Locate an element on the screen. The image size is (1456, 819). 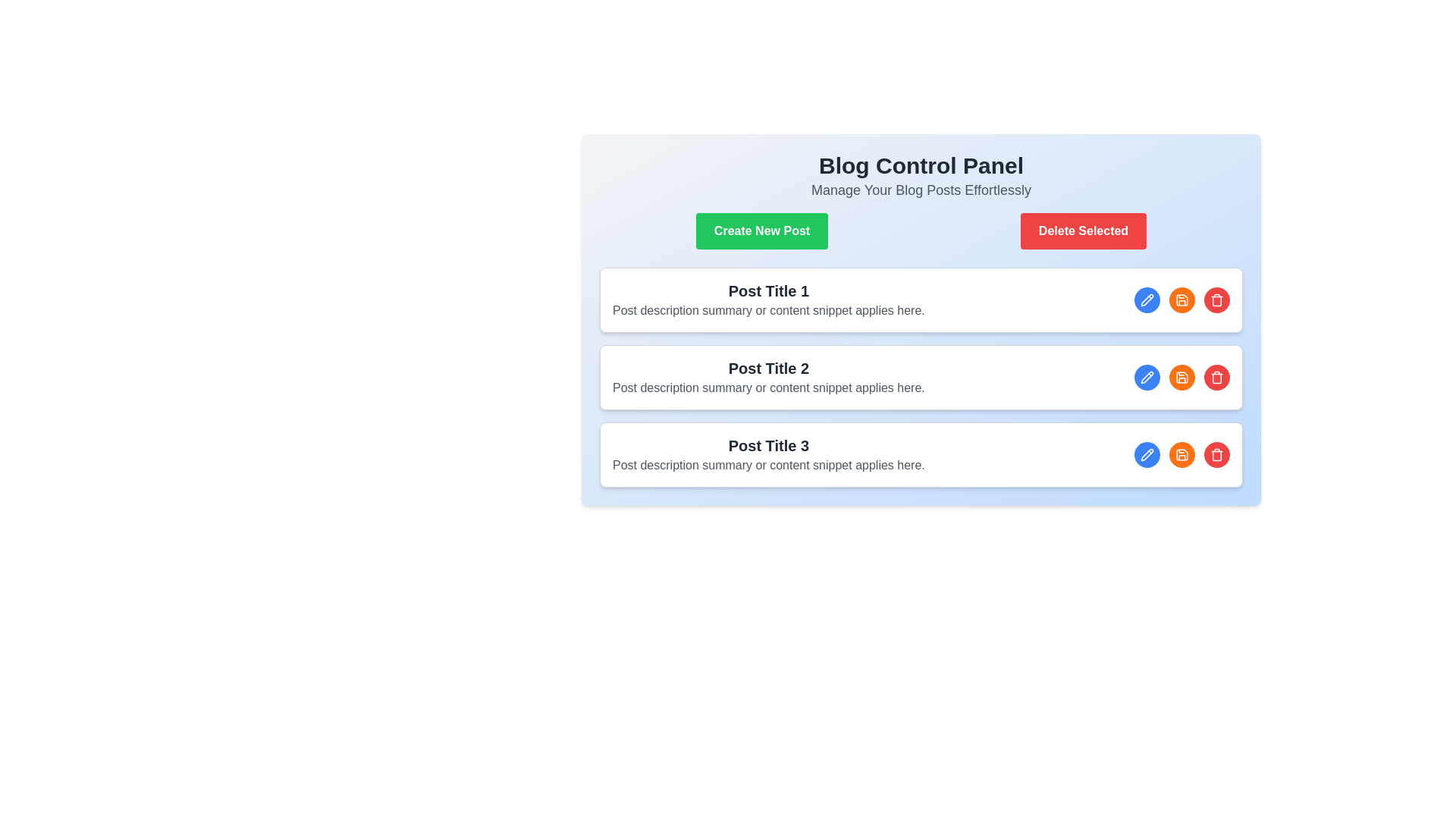
the save action icon button, which is the middle button in a row of three action buttons (Edit, Save, and Delete) located at the right end of each blog post item is located at coordinates (1181, 300).